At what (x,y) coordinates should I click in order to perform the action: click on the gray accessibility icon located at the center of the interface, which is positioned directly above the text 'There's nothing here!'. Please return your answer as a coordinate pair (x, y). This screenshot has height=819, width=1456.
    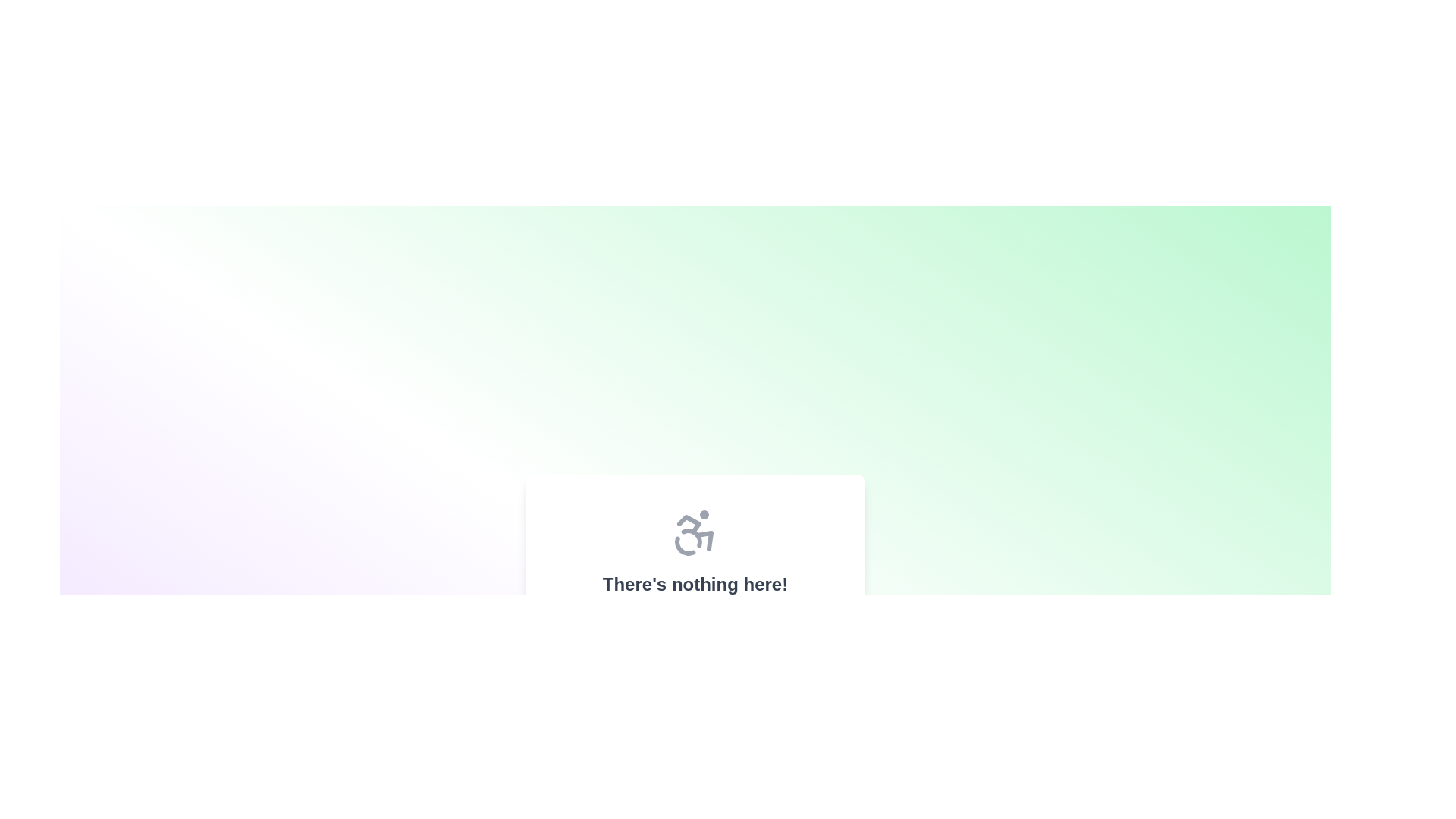
    Looking at the image, I should click on (694, 532).